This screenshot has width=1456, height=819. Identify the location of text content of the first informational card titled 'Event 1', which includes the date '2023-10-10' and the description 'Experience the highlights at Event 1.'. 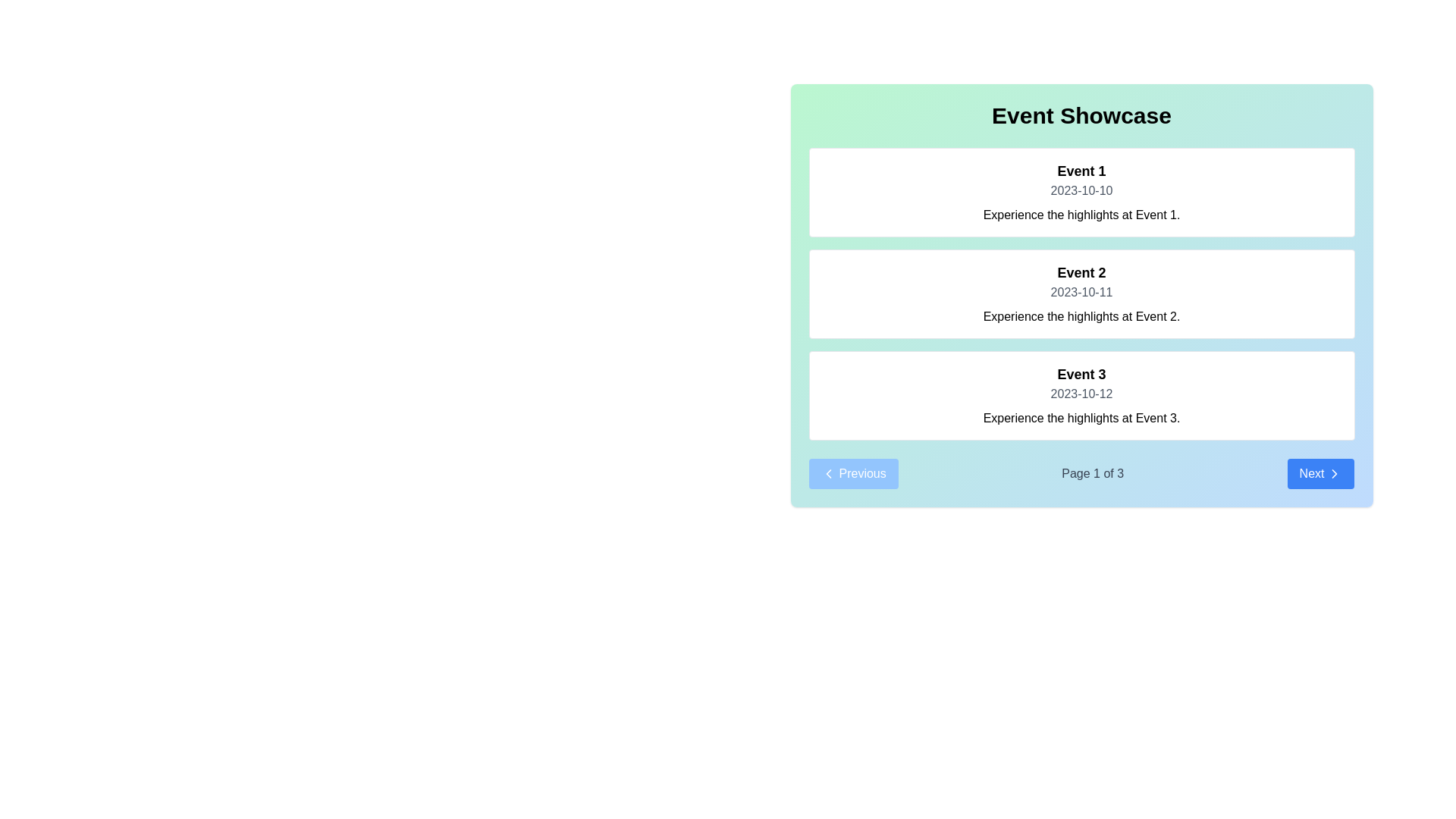
(1081, 192).